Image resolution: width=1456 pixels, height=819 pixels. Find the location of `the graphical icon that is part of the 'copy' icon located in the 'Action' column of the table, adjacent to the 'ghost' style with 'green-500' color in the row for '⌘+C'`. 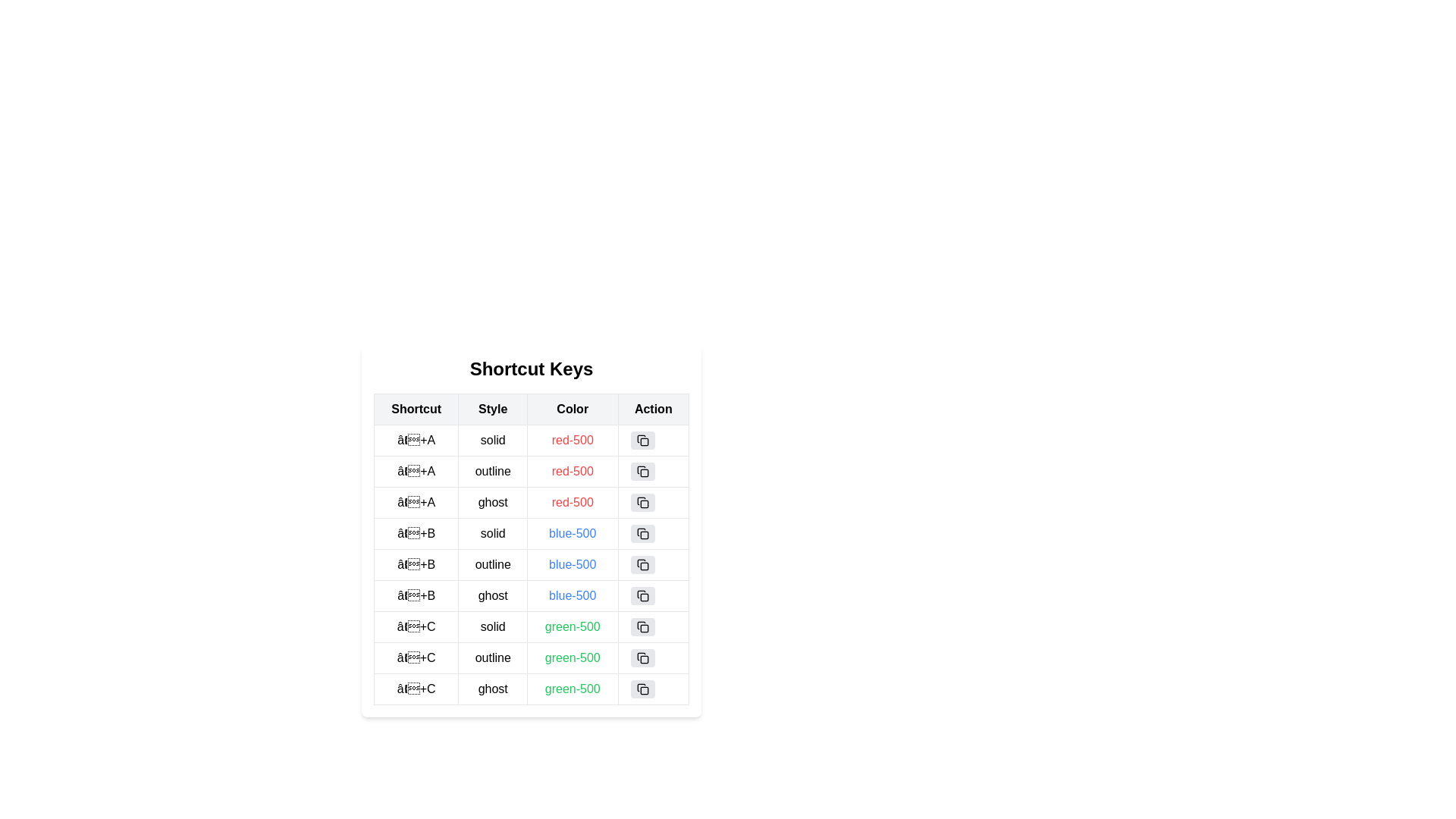

the graphical icon that is part of the 'copy' icon located in the 'Action' column of the table, adjacent to the 'ghost' style with 'green-500' color in the row for '⌘+C' is located at coordinates (644, 690).